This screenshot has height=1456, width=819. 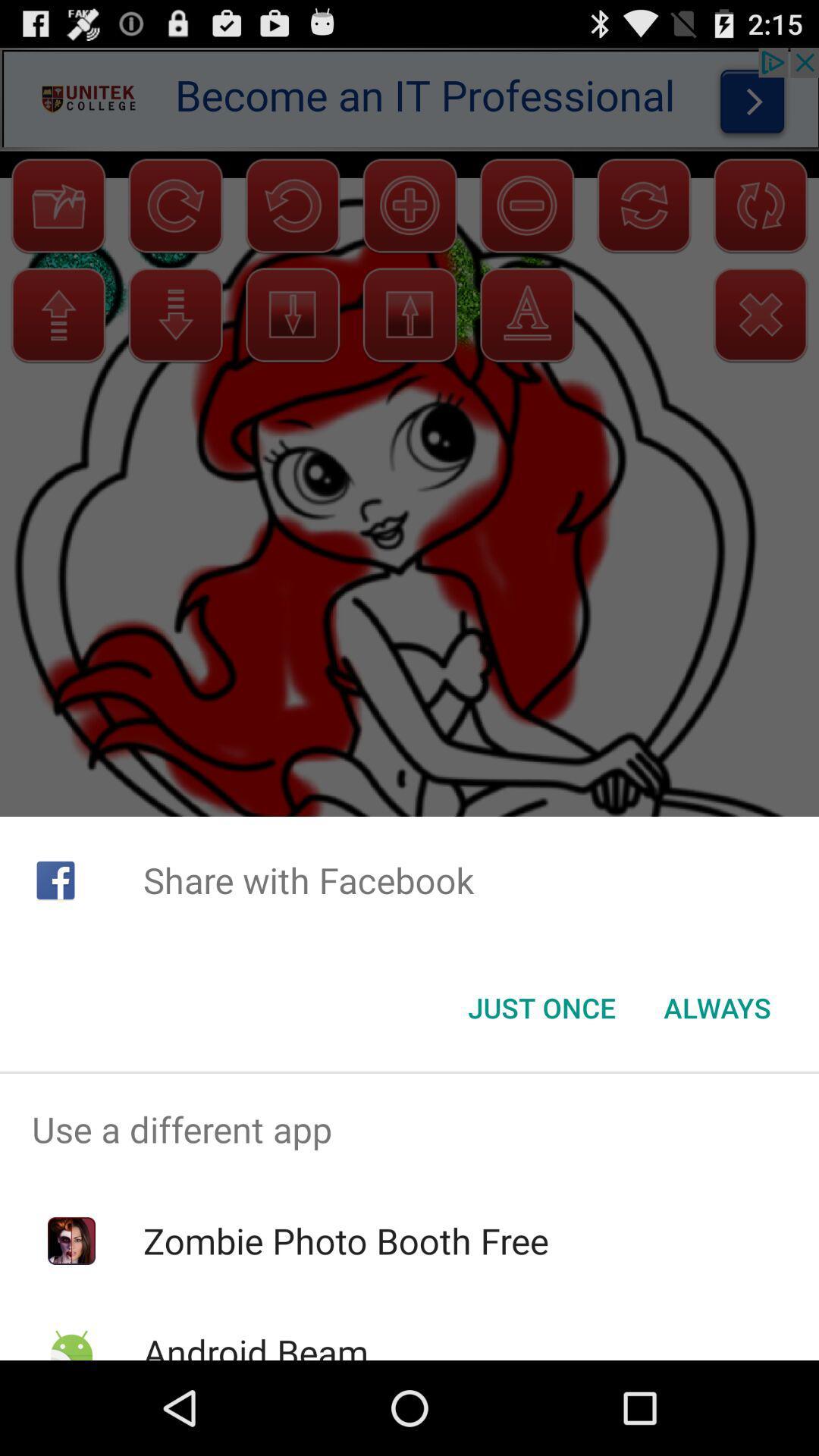 I want to click on the item below the share with facebook app, so click(x=541, y=1008).